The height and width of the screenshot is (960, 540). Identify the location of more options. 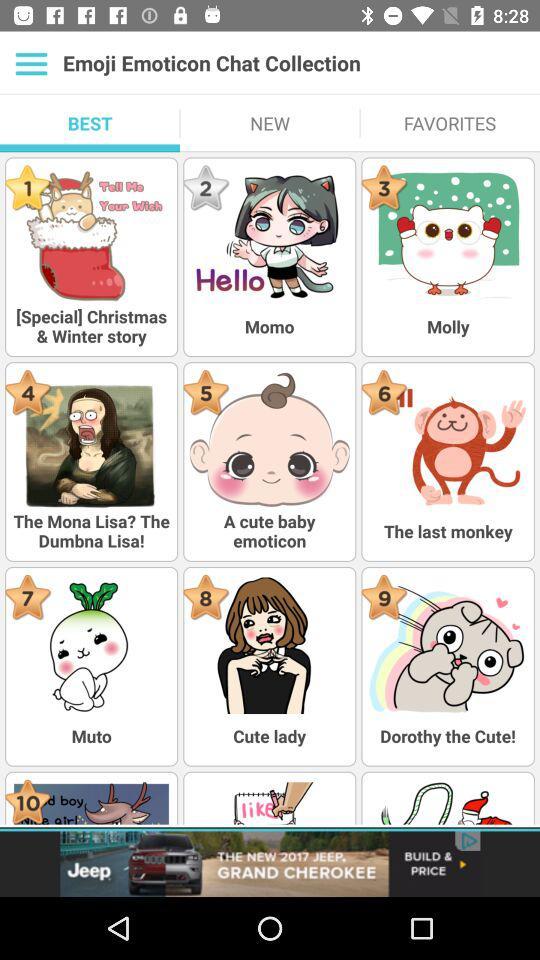
(30, 63).